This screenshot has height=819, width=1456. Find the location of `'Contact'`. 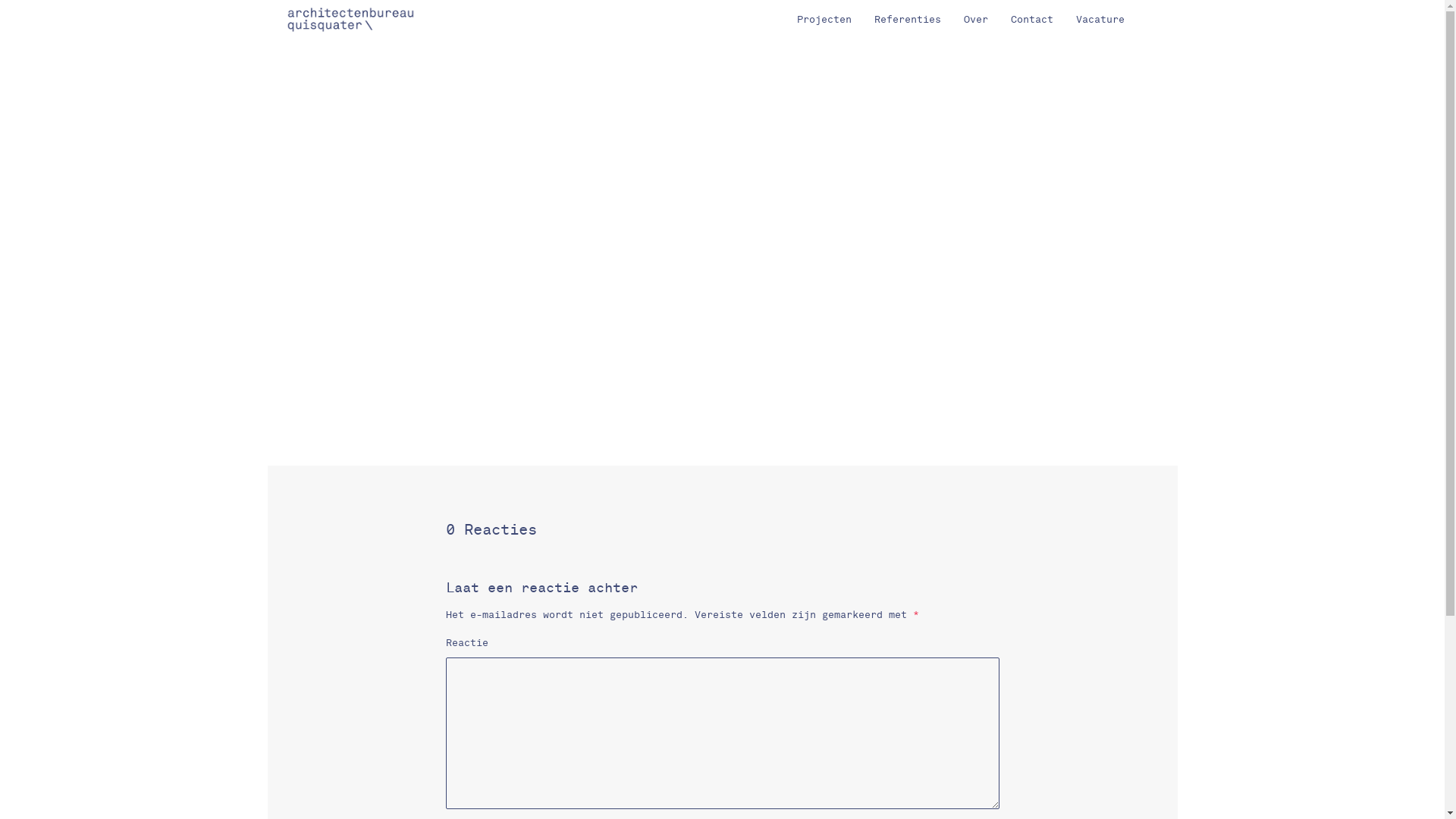

'Contact' is located at coordinates (1031, 20).